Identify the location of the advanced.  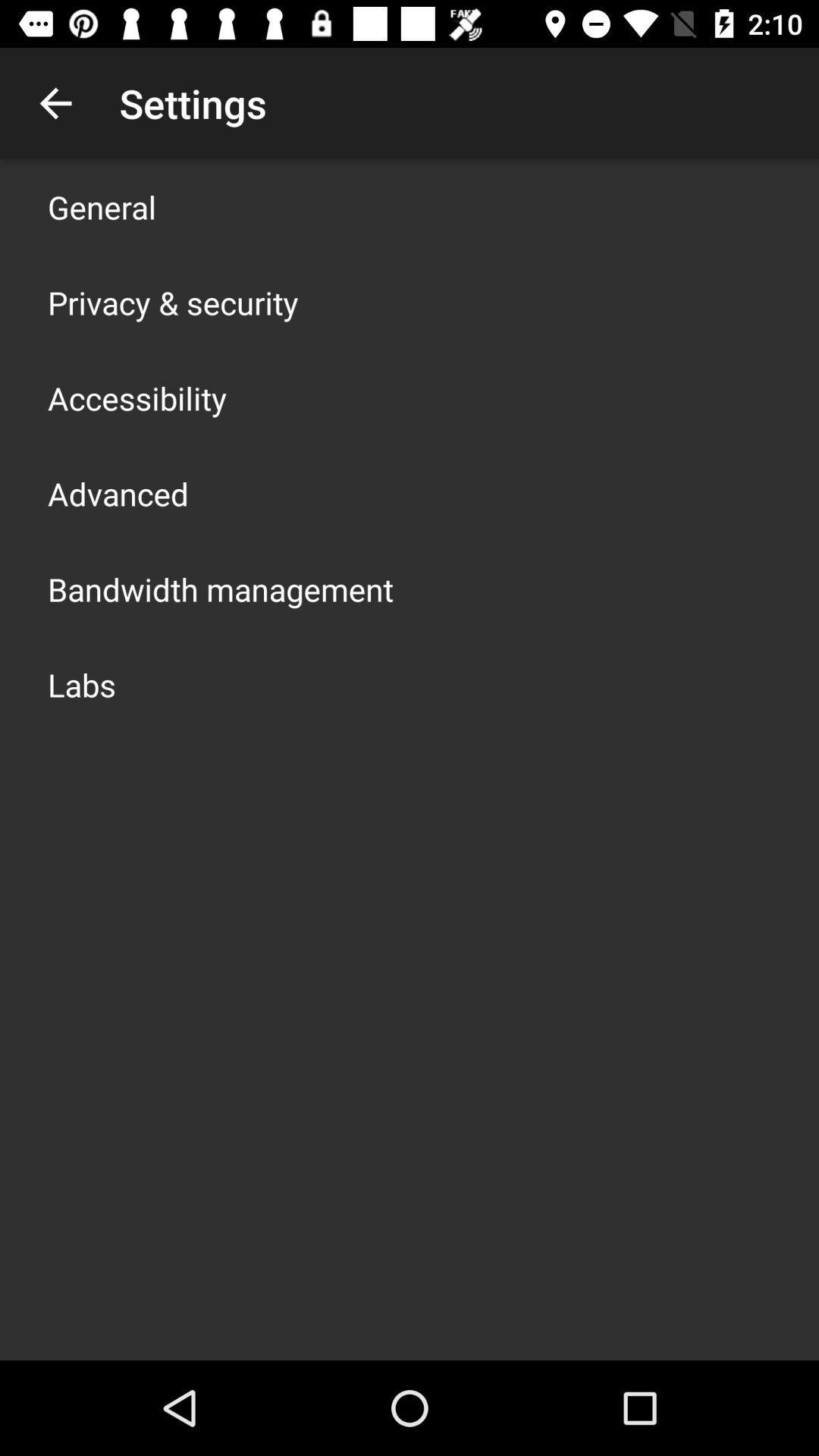
(117, 494).